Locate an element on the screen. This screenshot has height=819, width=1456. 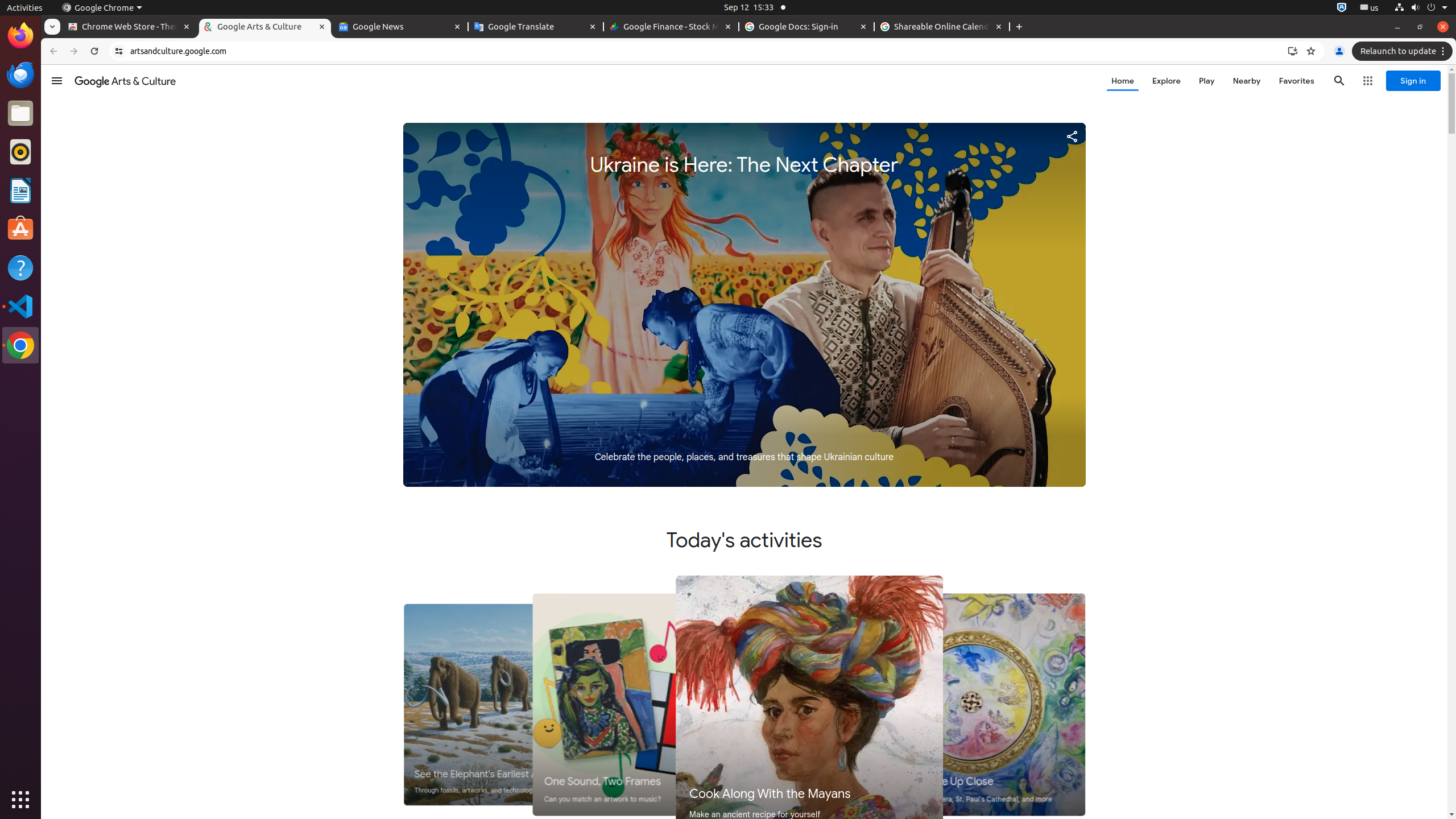
':1.21/StatusNotifierItem' is located at coordinates (1368, 7).